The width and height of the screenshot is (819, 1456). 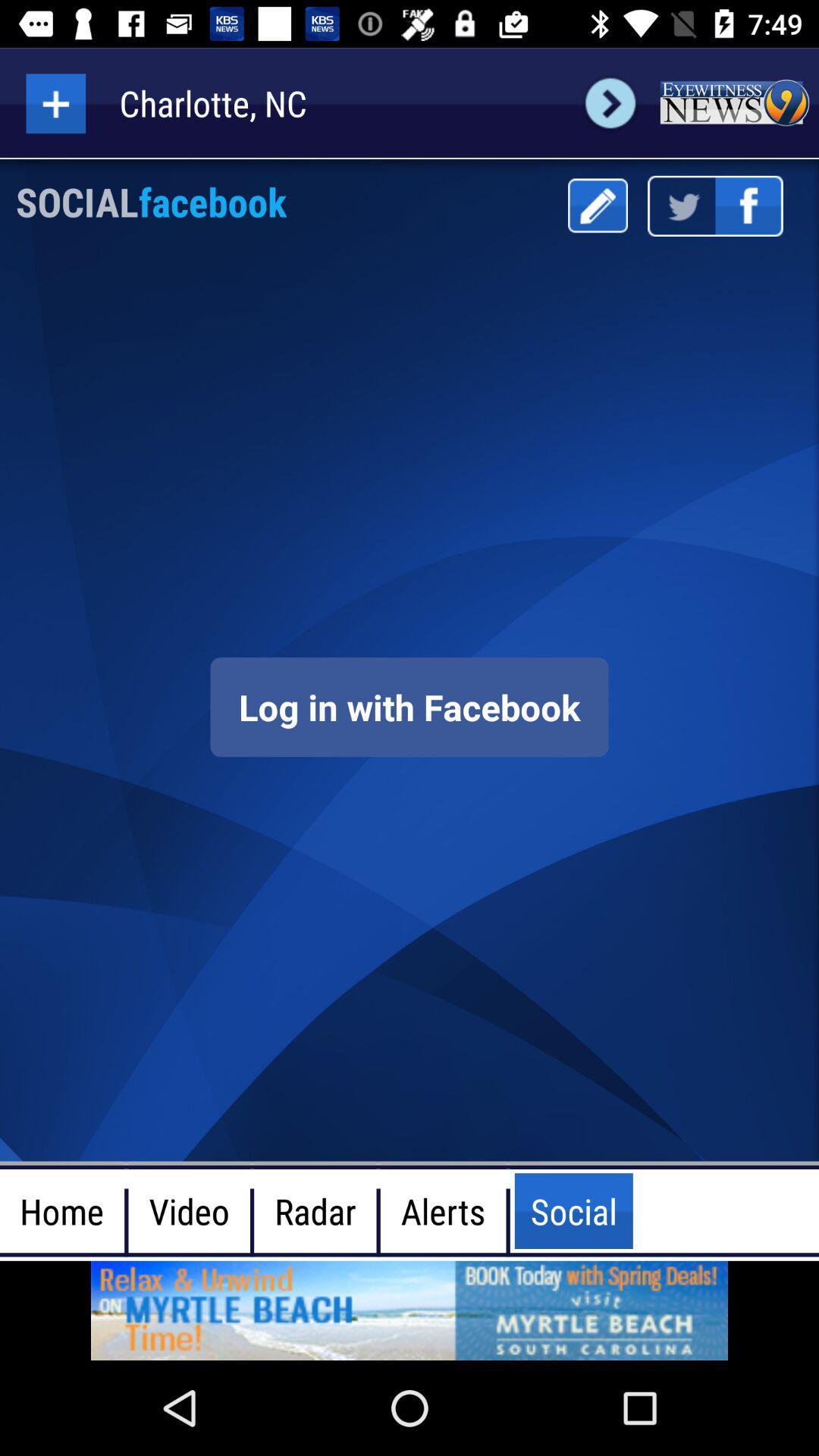 What do you see at coordinates (409, 706) in the screenshot?
I see `facebook` at bounding box center [409, 706].